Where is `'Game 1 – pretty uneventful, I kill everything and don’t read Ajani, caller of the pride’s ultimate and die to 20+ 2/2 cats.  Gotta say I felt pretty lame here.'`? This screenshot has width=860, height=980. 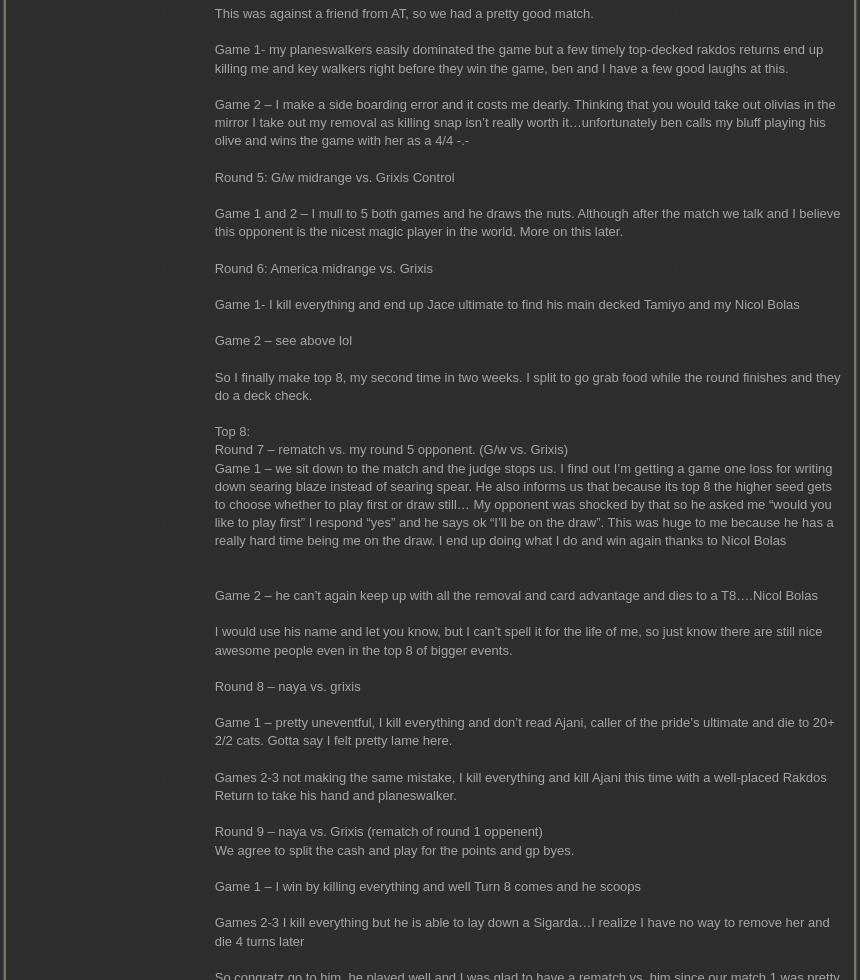 'Game 1 – pretty uneventful, I kill everything and don’t read Ajani, caller of the pride’s ultimate and die to 20+ 2/2 cats.  Gotta say I felt pretty lame here.' is located at coordinates (522, 731).